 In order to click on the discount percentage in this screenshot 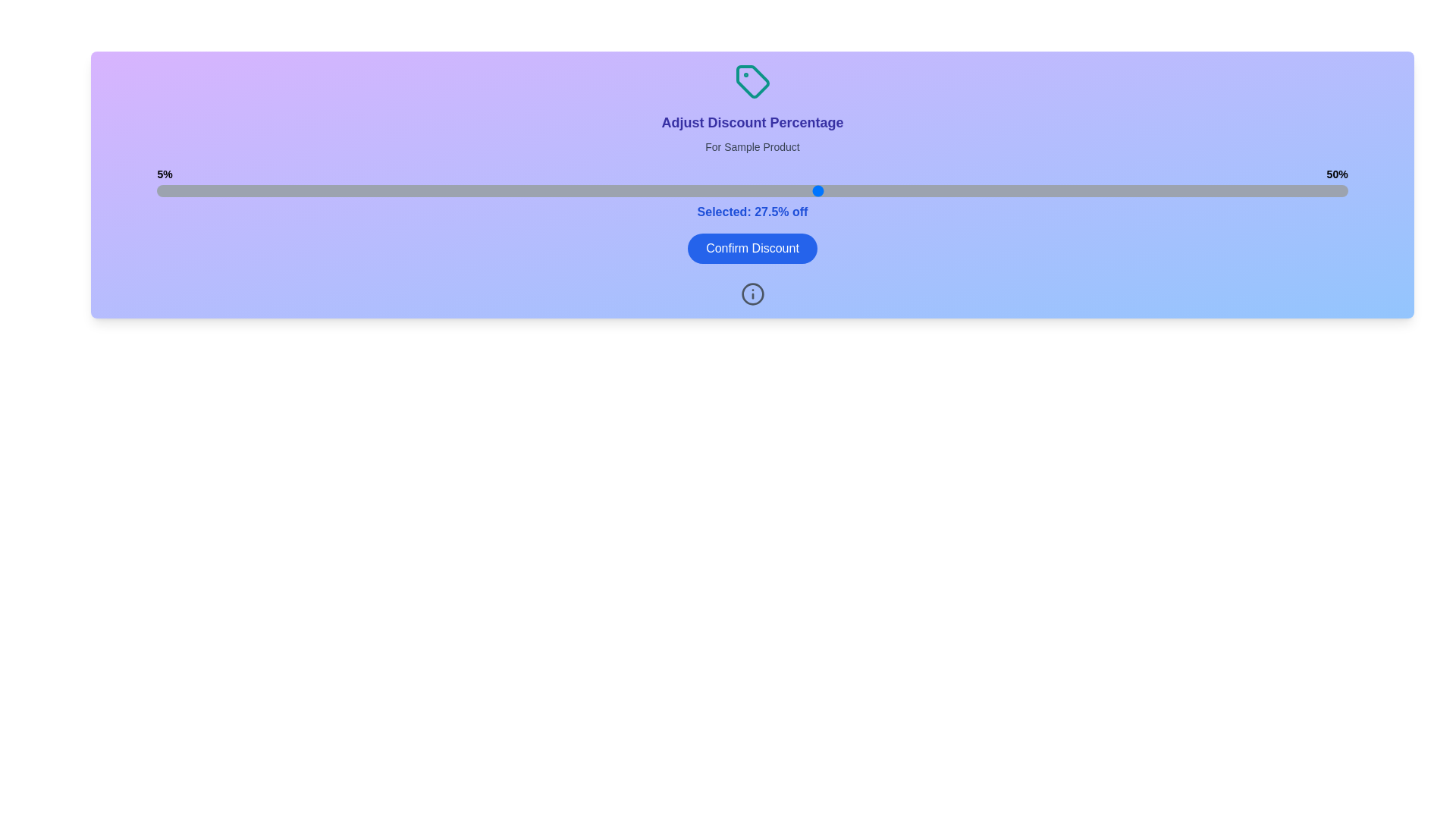, I will do `click(1188, 190)`.